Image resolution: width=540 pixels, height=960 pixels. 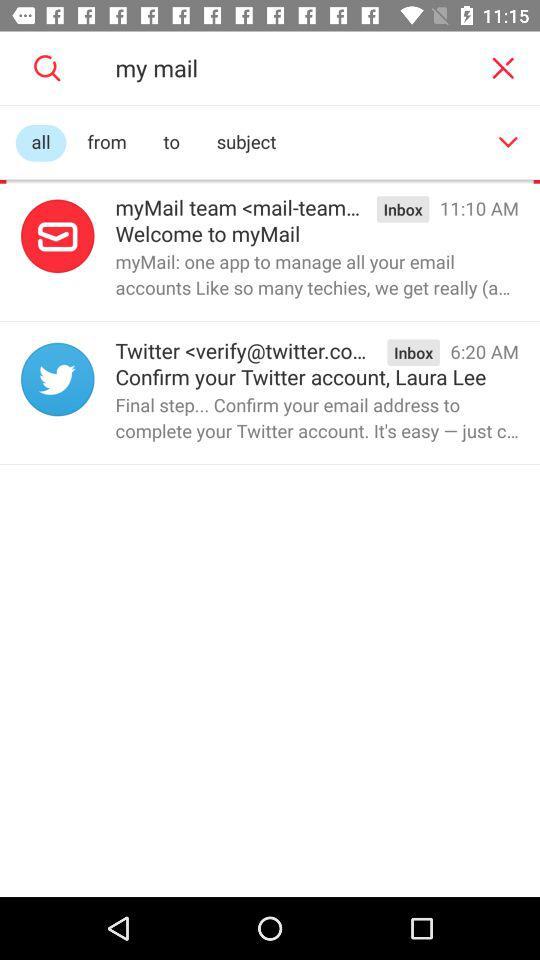 What do you see at coordinates (246, 142) in the screenshot?
I see `subject` at bounding box center [246, 142].